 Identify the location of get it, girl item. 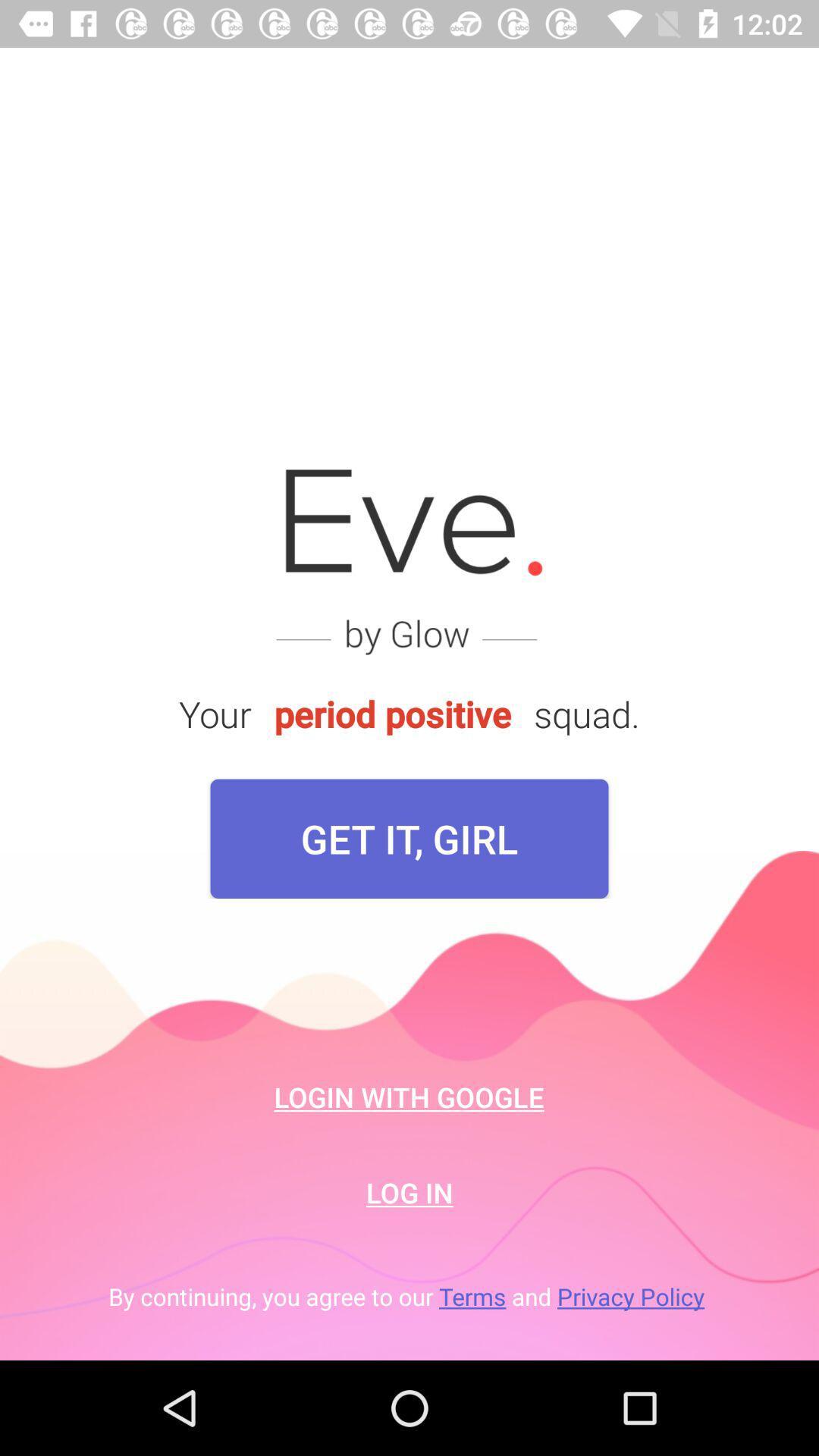
(409, 838).